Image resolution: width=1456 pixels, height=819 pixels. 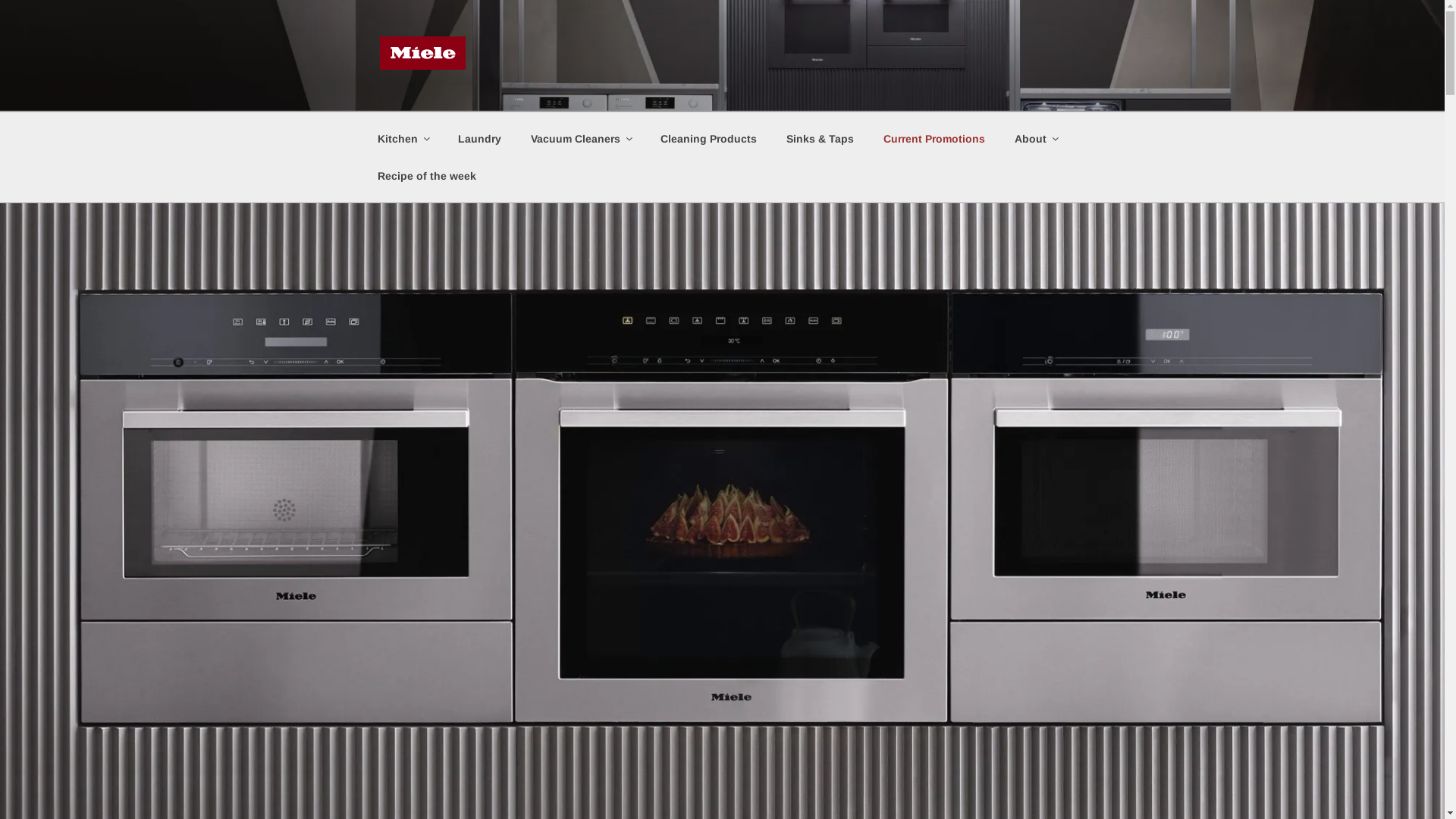 I want to click on 'Sinks & Taps', so click(x=819, y=138).